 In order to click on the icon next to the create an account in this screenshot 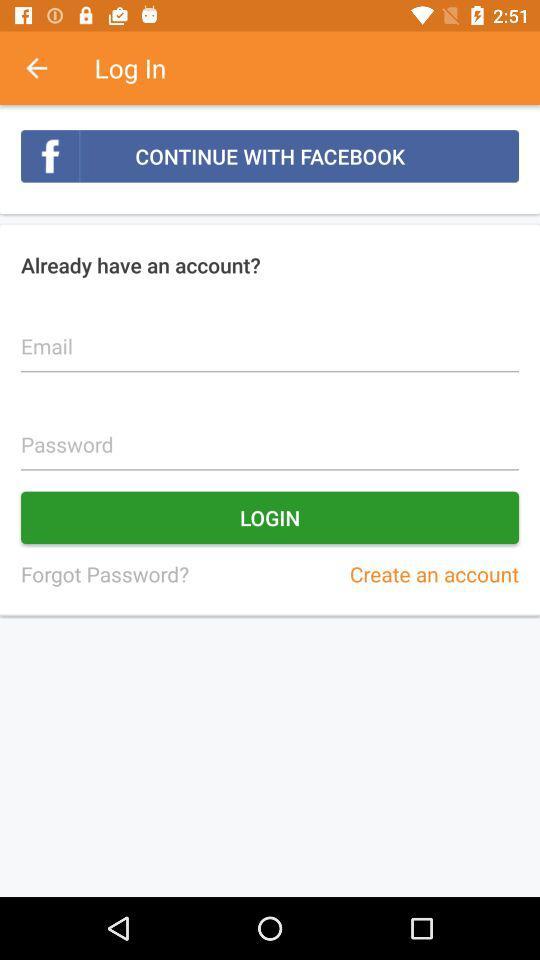, I will do `click(104, 574)`.